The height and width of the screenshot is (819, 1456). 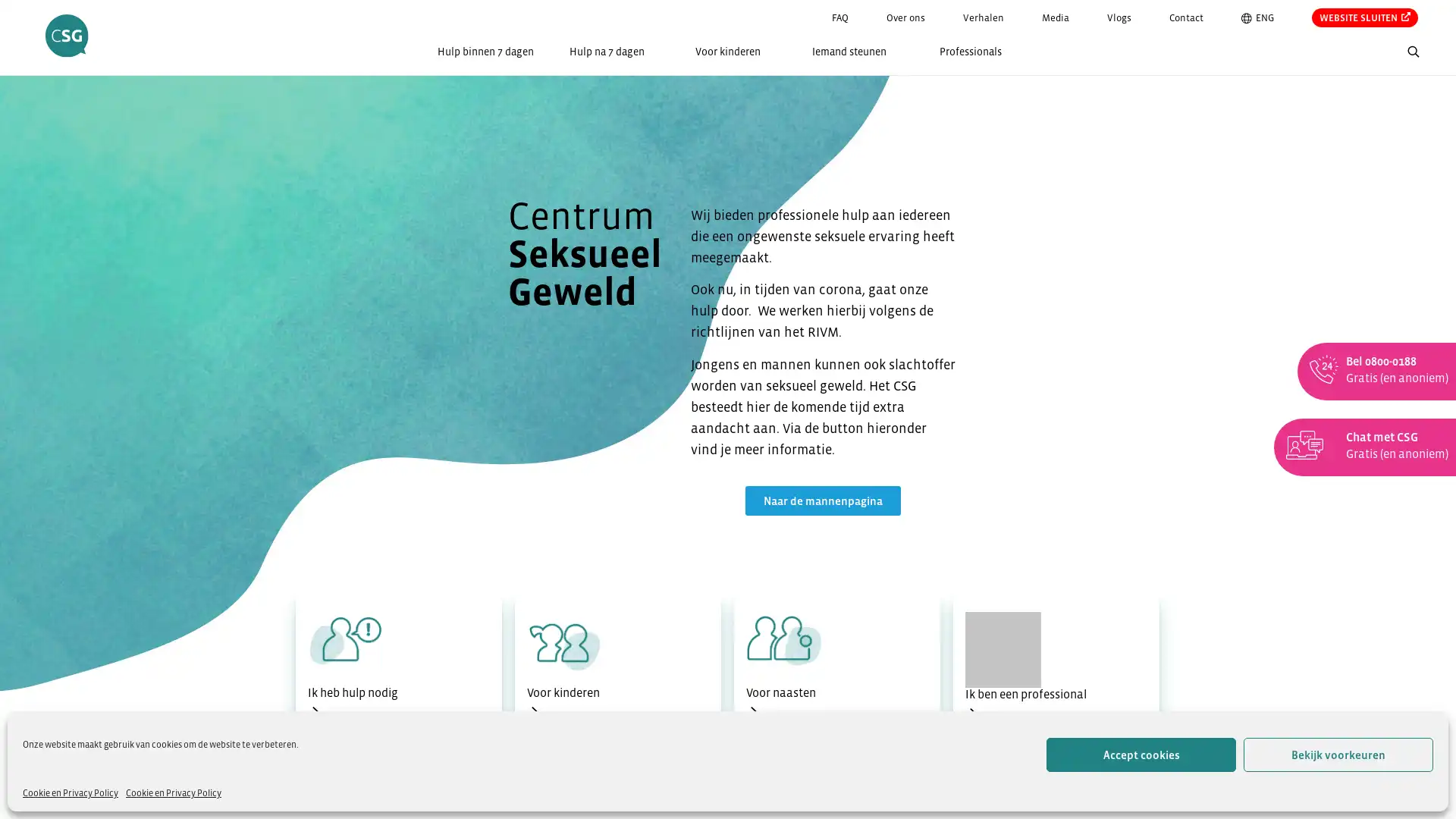 What do you see at coordinates (1338, 755) in the screenshot?
I see `Bekijk voorkeuren` at bounding box center [1338, 755].